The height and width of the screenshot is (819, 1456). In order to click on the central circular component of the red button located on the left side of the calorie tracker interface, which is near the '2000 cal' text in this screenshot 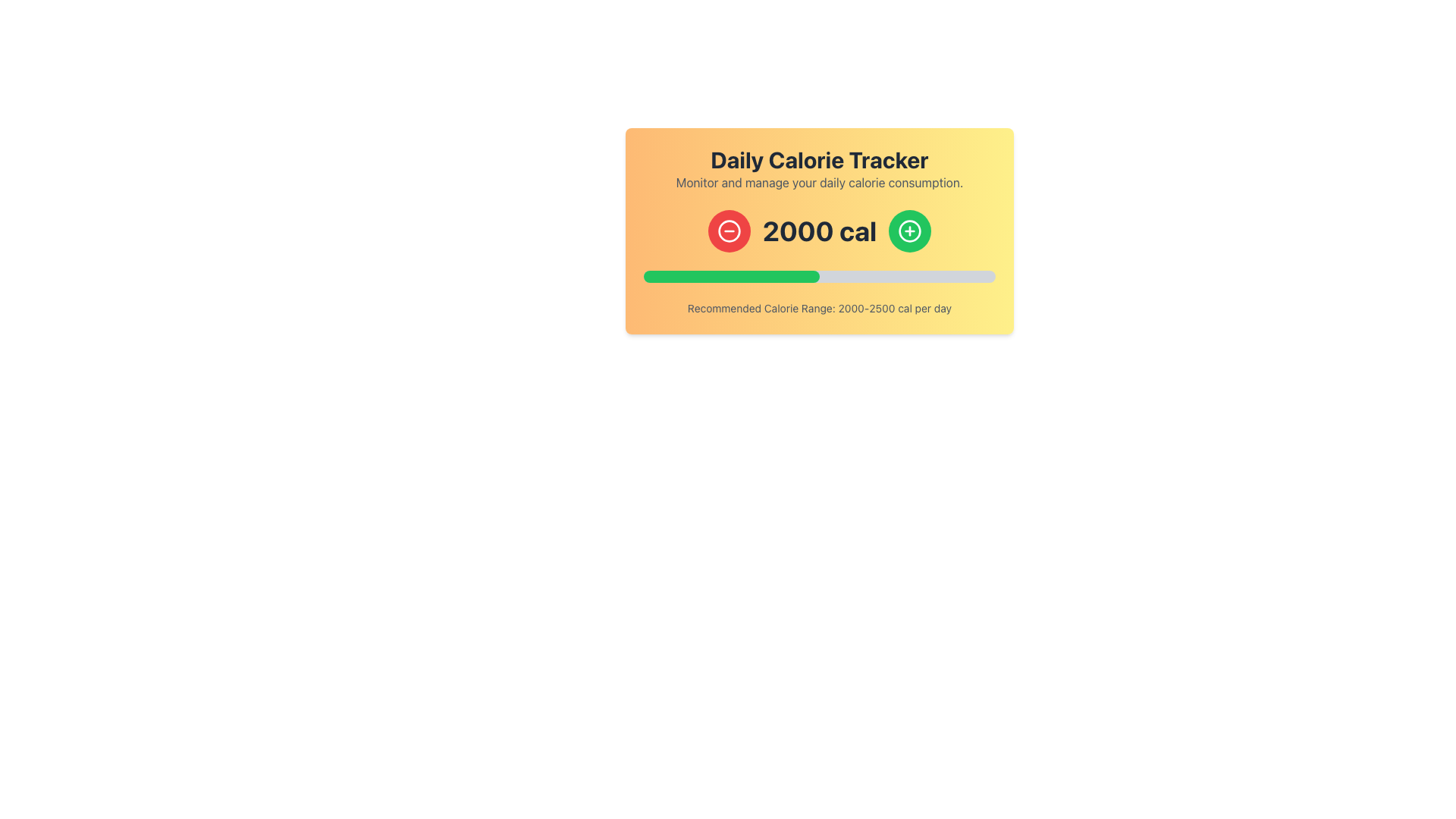, I will do `click(729, 231)`.